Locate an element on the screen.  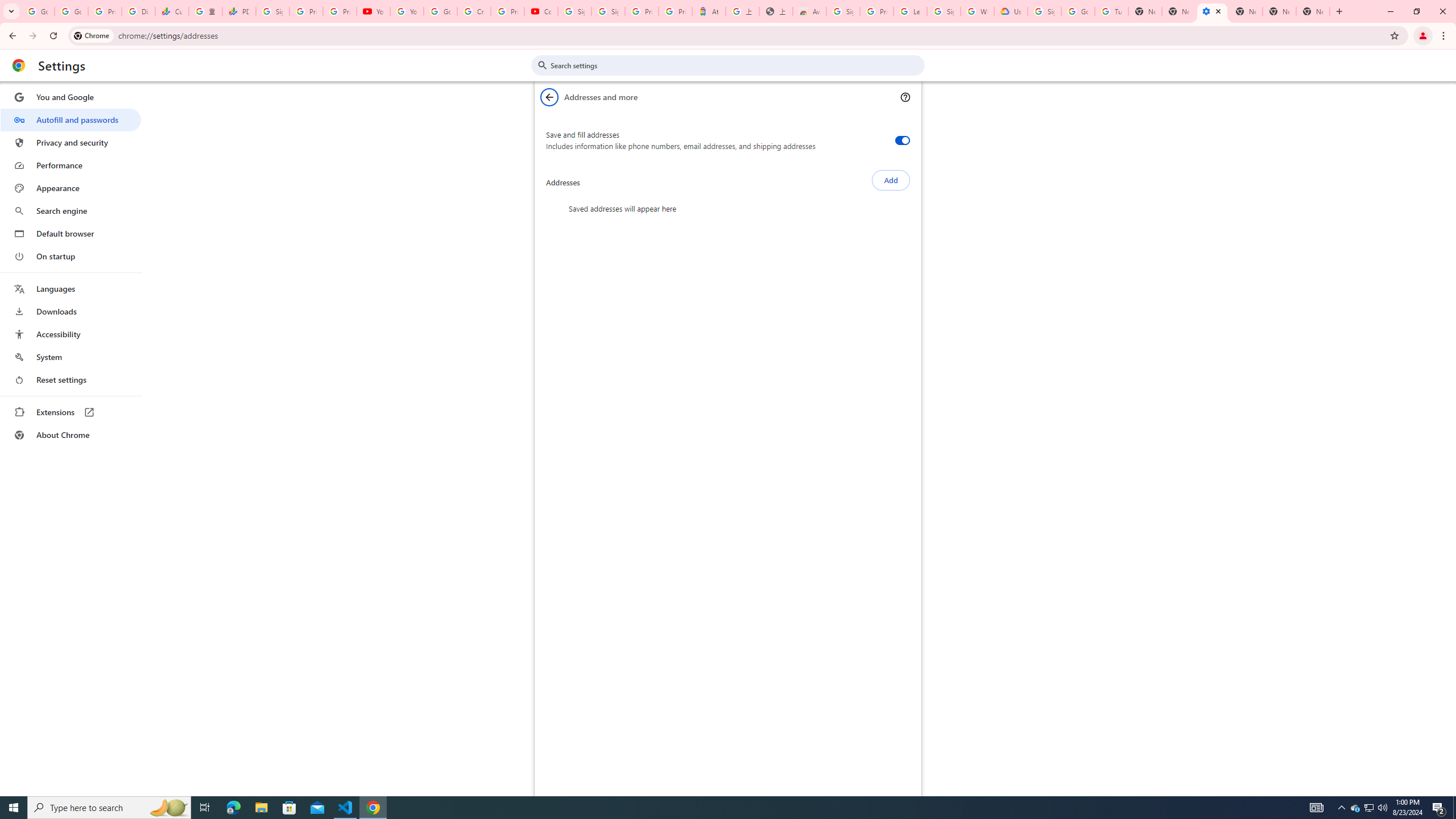
'Search settings' is located at coordinates (735, 65).